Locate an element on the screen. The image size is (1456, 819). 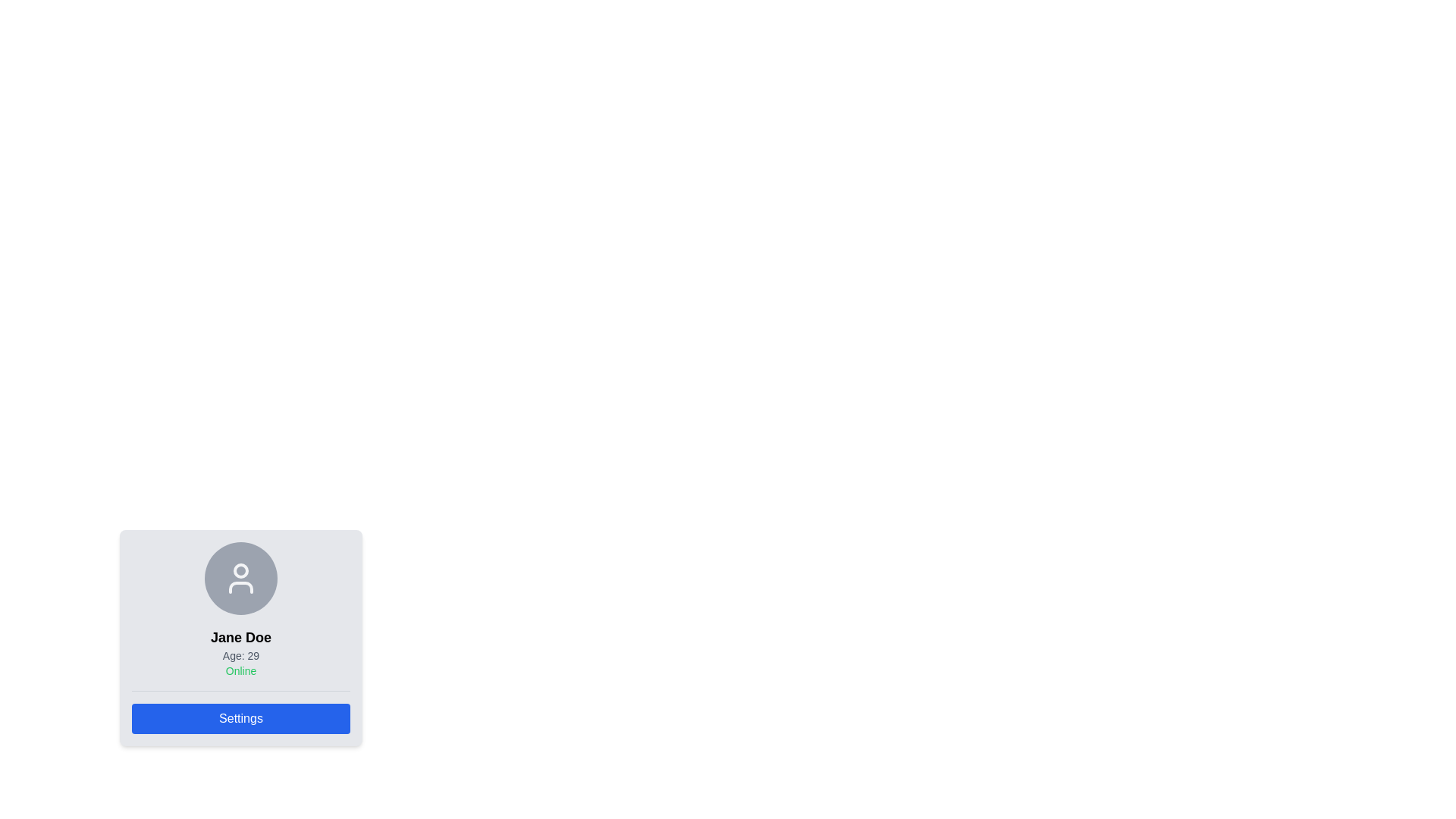
the status indicator text label that denotes the user's online status, positioned below 'Age: 29' within the profile card is located at coordinates (240, 670).